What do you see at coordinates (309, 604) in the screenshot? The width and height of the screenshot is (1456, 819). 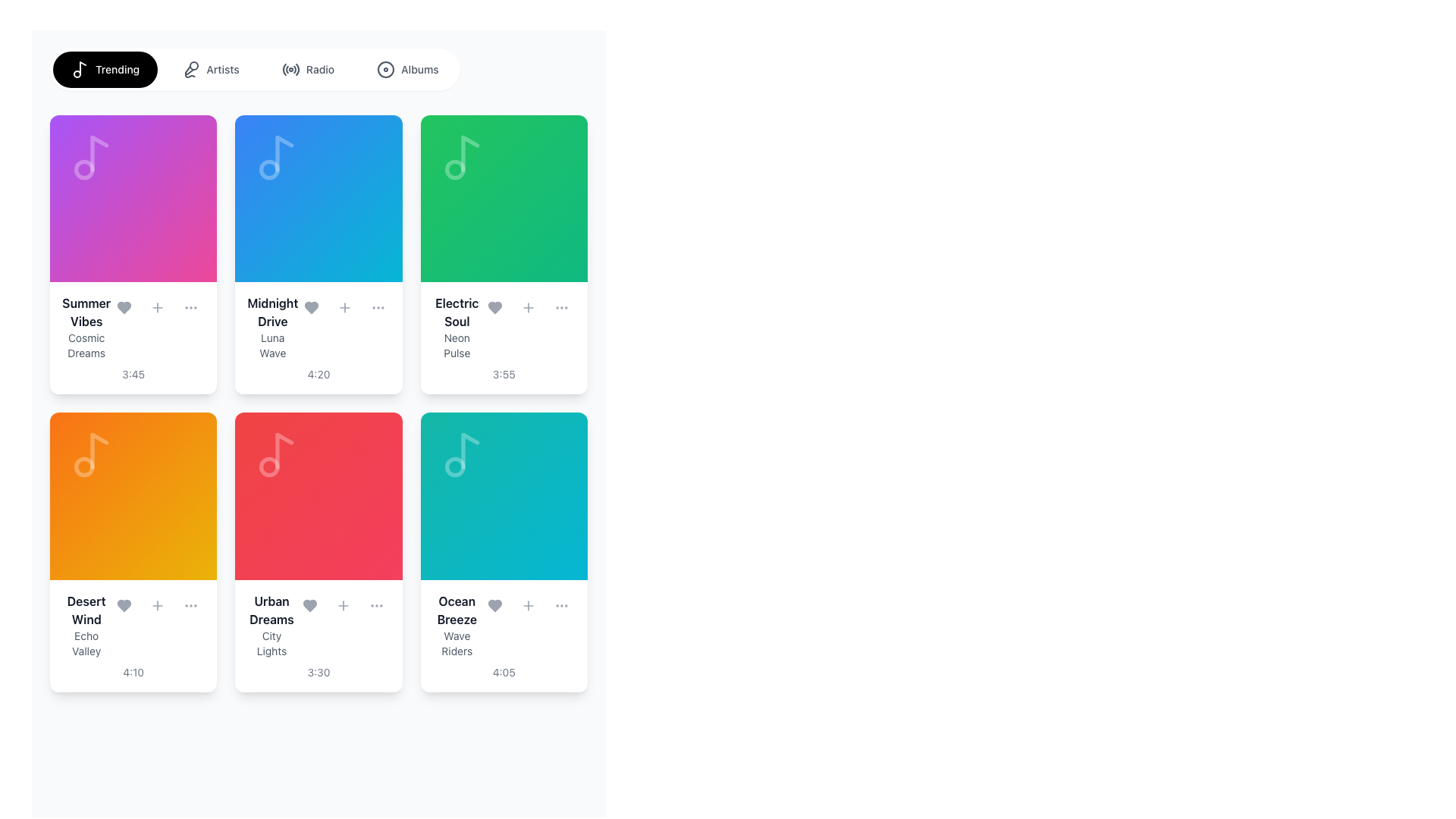 I see `the heart-shaped icon button, which represents the favorite or like option, located in the card labeled 'Urban Dreams' by City Lights` at bounding box center [309, 604].